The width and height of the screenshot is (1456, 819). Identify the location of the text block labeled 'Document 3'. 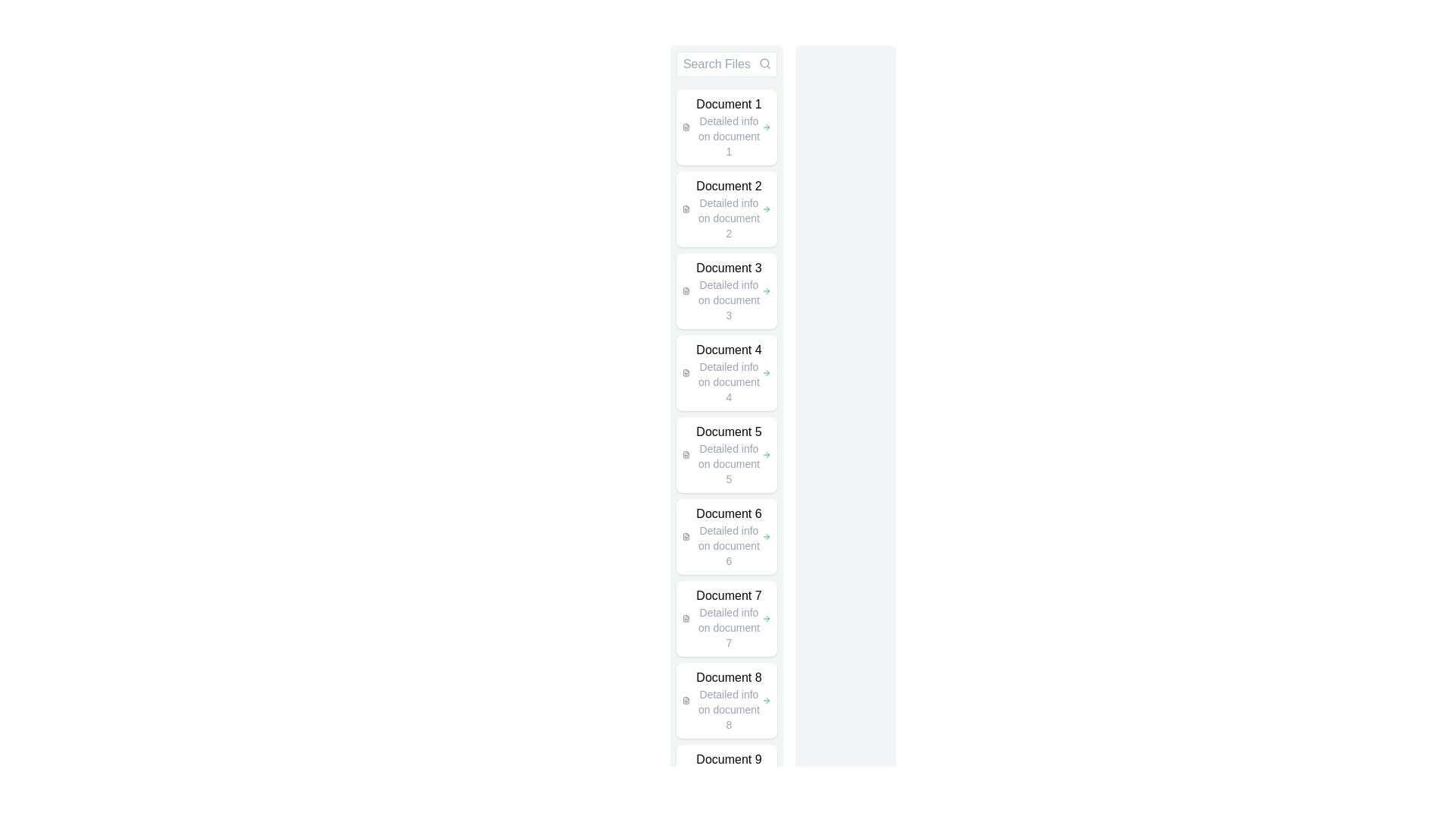
(729, 291).